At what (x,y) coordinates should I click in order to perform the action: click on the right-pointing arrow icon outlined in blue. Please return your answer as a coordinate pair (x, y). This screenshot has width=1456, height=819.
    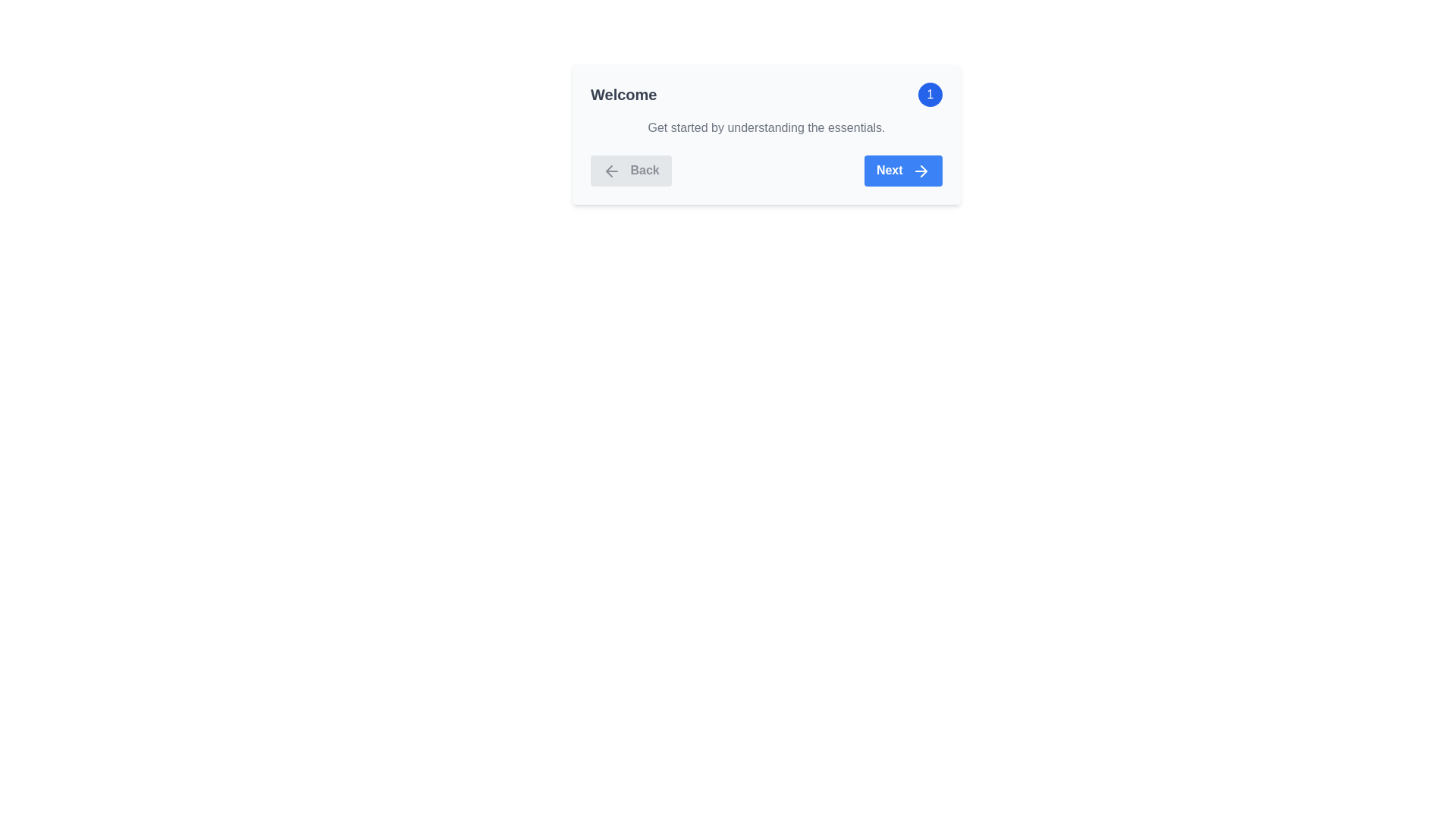
    Looking at the image, I should click on (920, 171).